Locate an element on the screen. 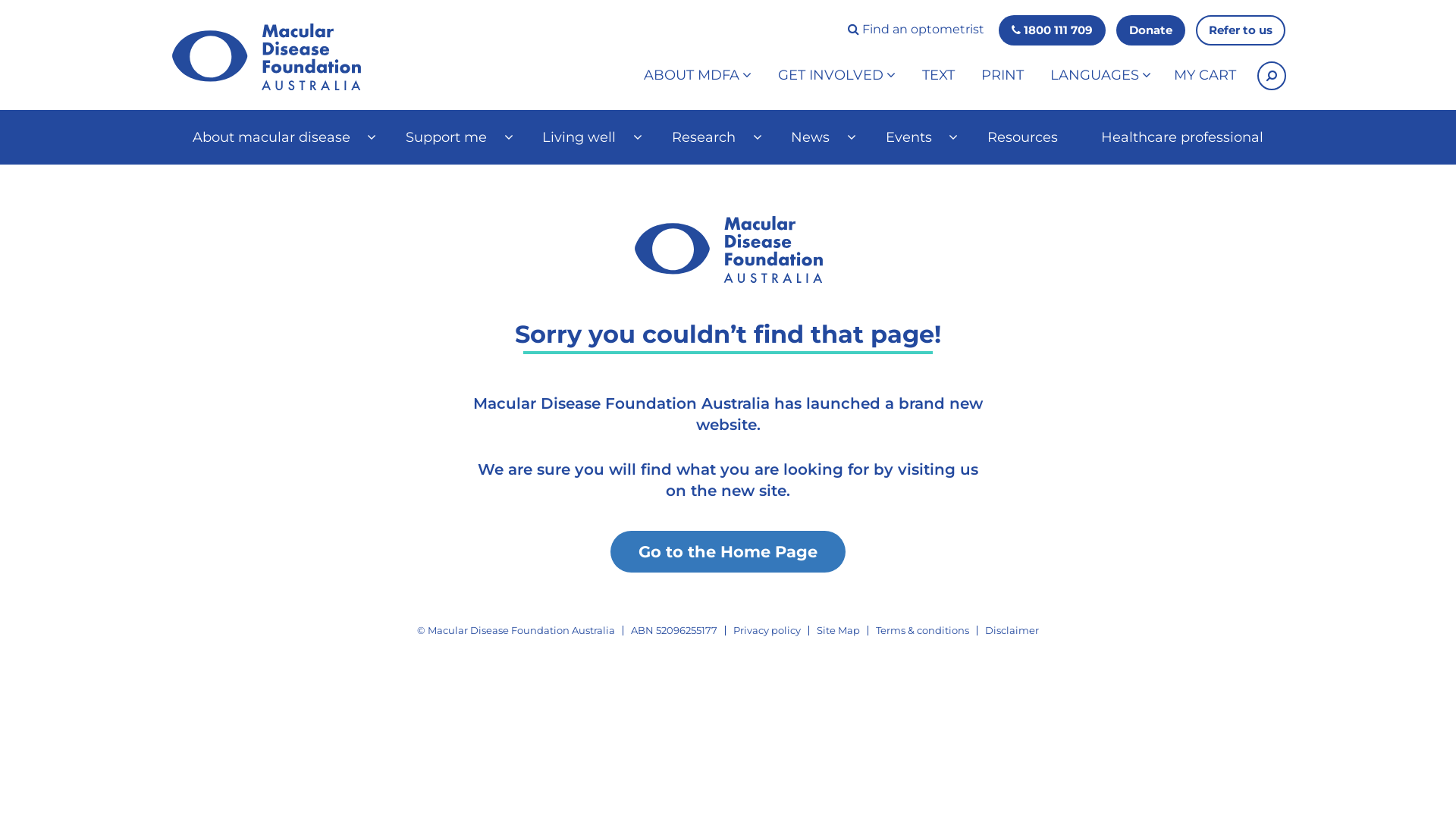  '1800 111 709' is located at coordinates (1051, 30).